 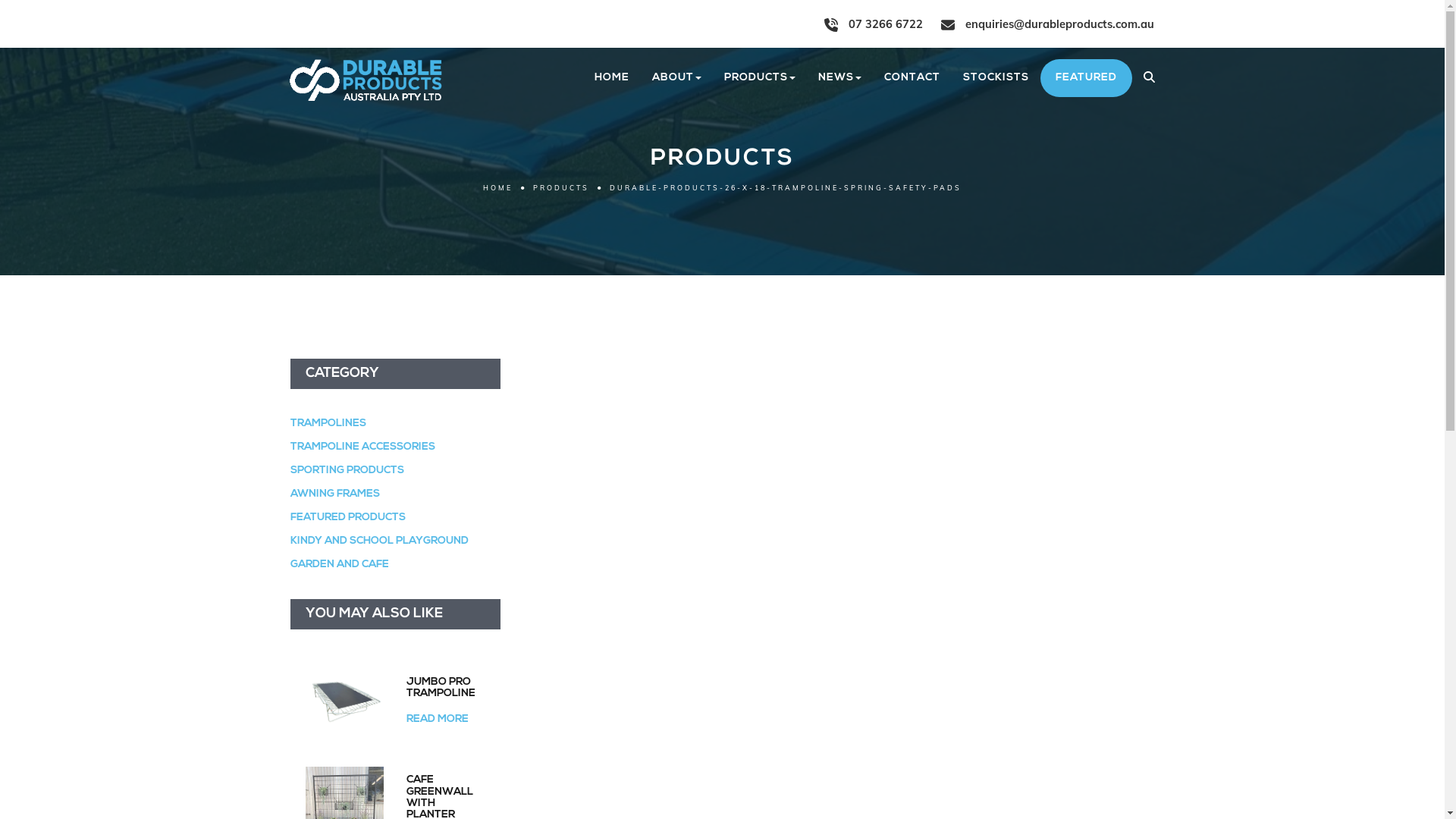 I want to click on 'TRAMPOLINES', so click(x=327, y=423).